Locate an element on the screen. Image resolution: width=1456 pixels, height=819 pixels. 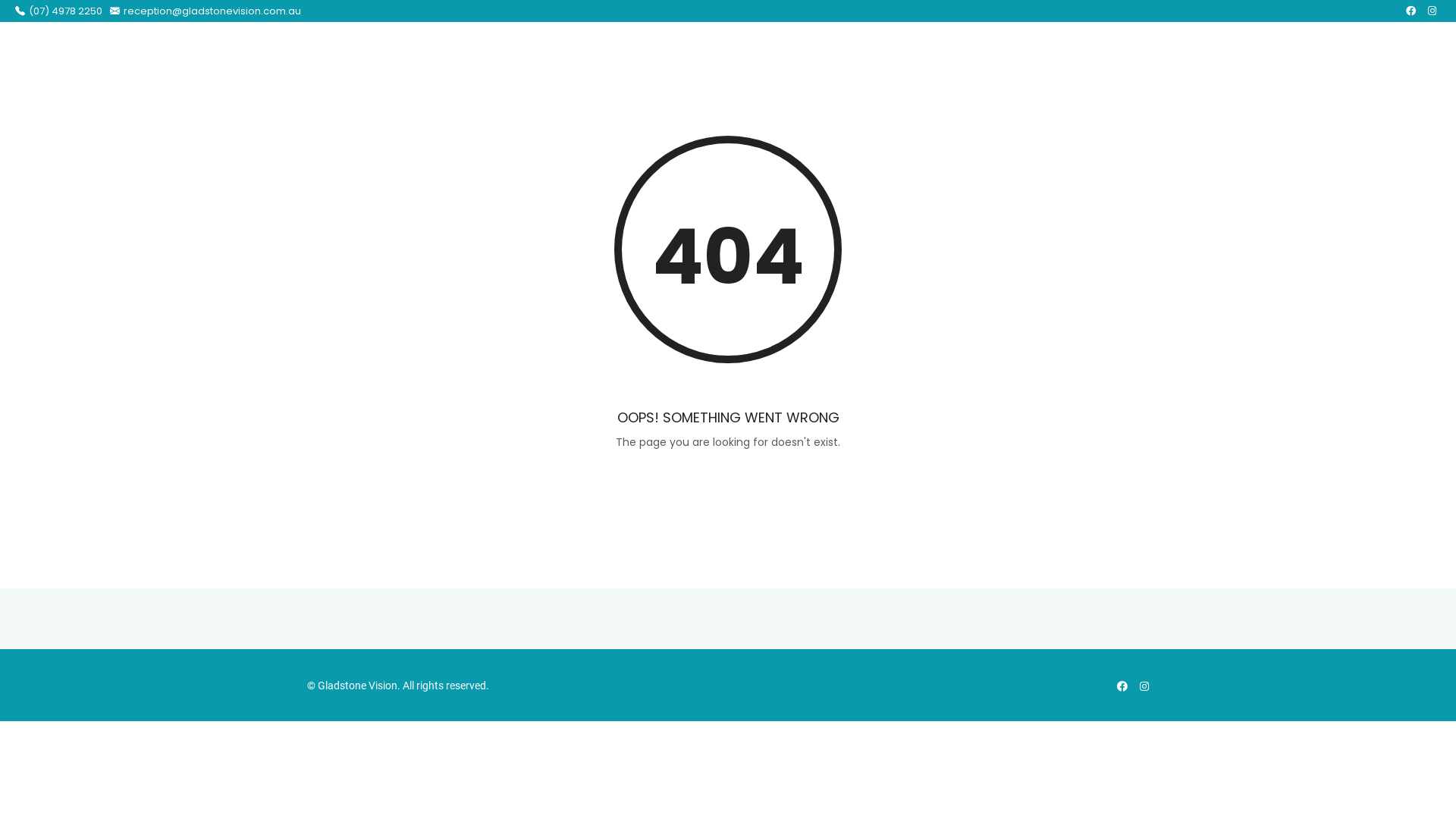
'Facebook' is located at coordinates (1410, 11).